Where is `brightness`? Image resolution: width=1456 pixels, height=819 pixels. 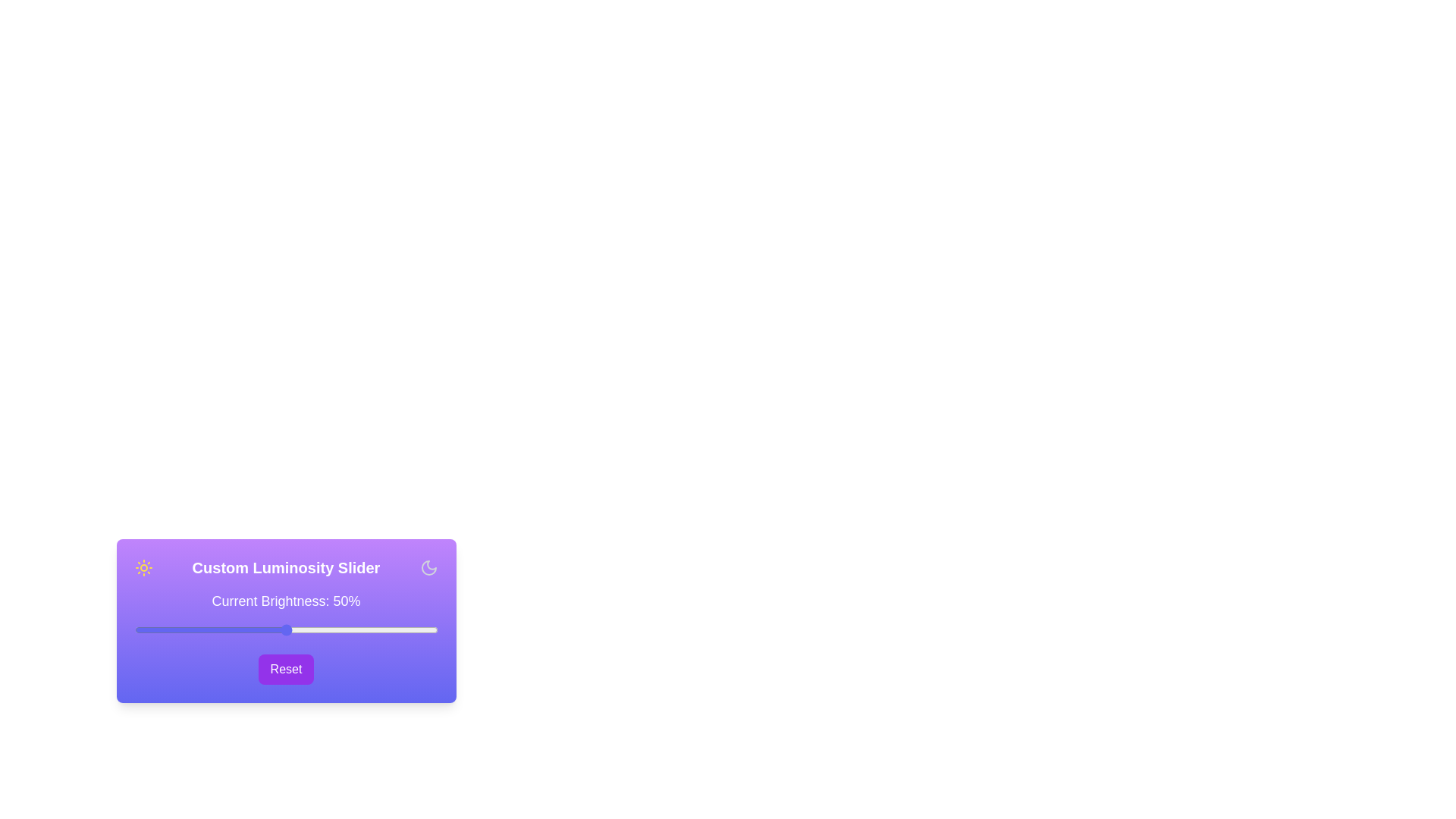 brightness is located at coordinates (206, 629).